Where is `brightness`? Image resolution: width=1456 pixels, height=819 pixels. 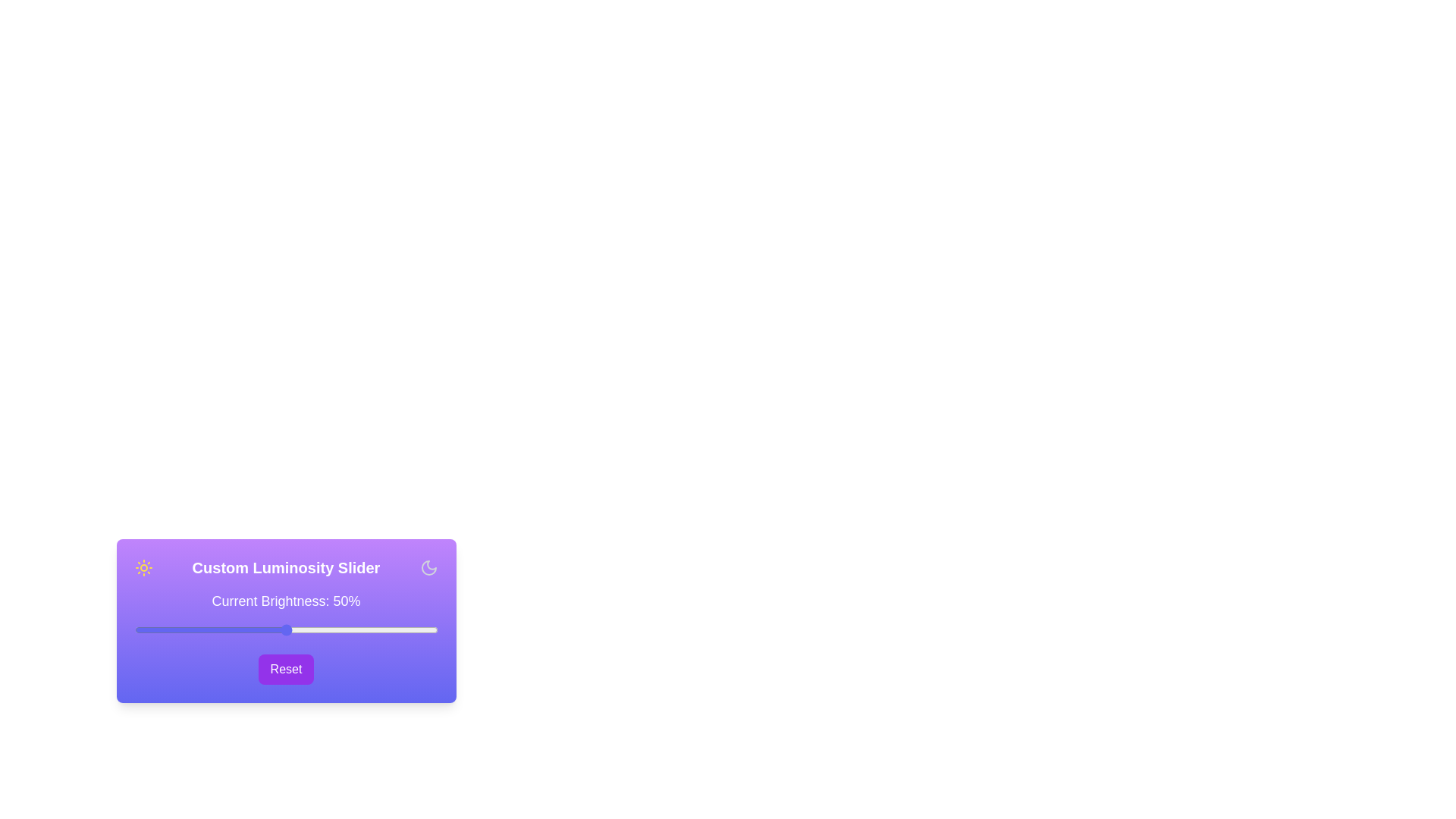 brightness is located at coordinates (206, 629).